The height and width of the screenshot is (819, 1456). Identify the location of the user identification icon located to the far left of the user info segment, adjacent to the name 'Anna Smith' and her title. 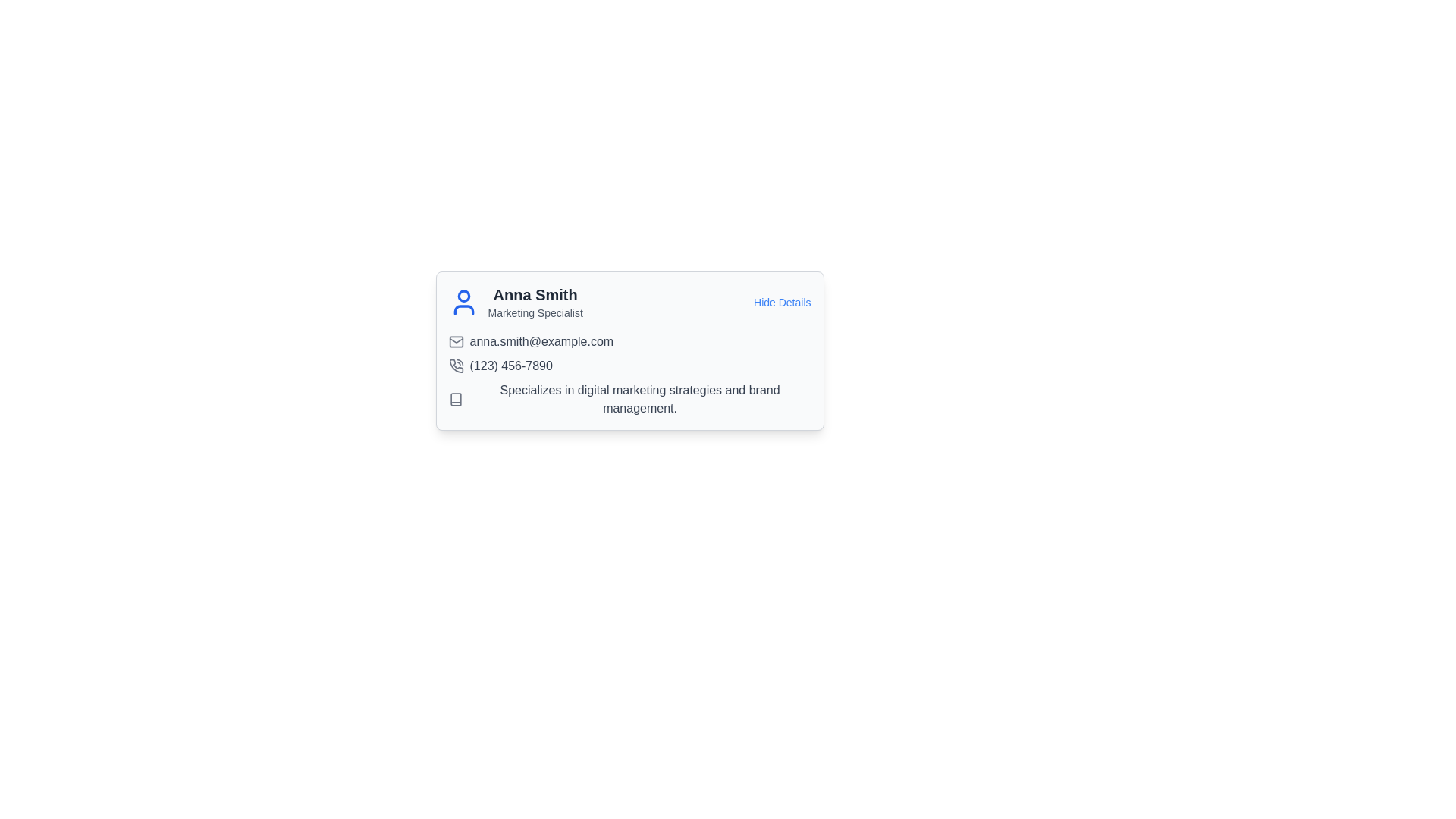
(463, 302).